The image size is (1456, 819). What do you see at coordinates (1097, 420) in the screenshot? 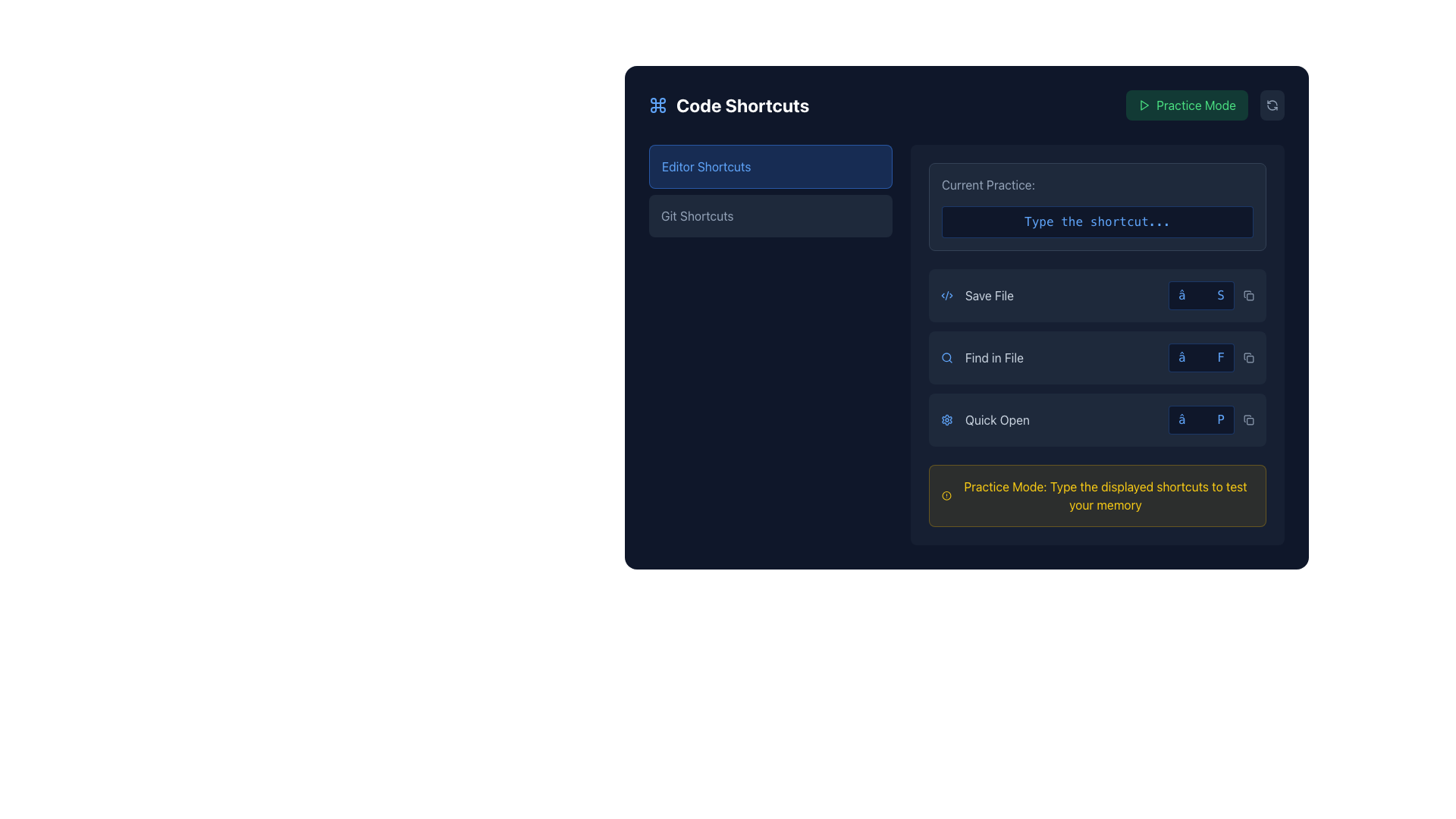
I see `the 'Quick Open' button located within the 'Code Shortcuts' section` at bounding box center [1097, 420].